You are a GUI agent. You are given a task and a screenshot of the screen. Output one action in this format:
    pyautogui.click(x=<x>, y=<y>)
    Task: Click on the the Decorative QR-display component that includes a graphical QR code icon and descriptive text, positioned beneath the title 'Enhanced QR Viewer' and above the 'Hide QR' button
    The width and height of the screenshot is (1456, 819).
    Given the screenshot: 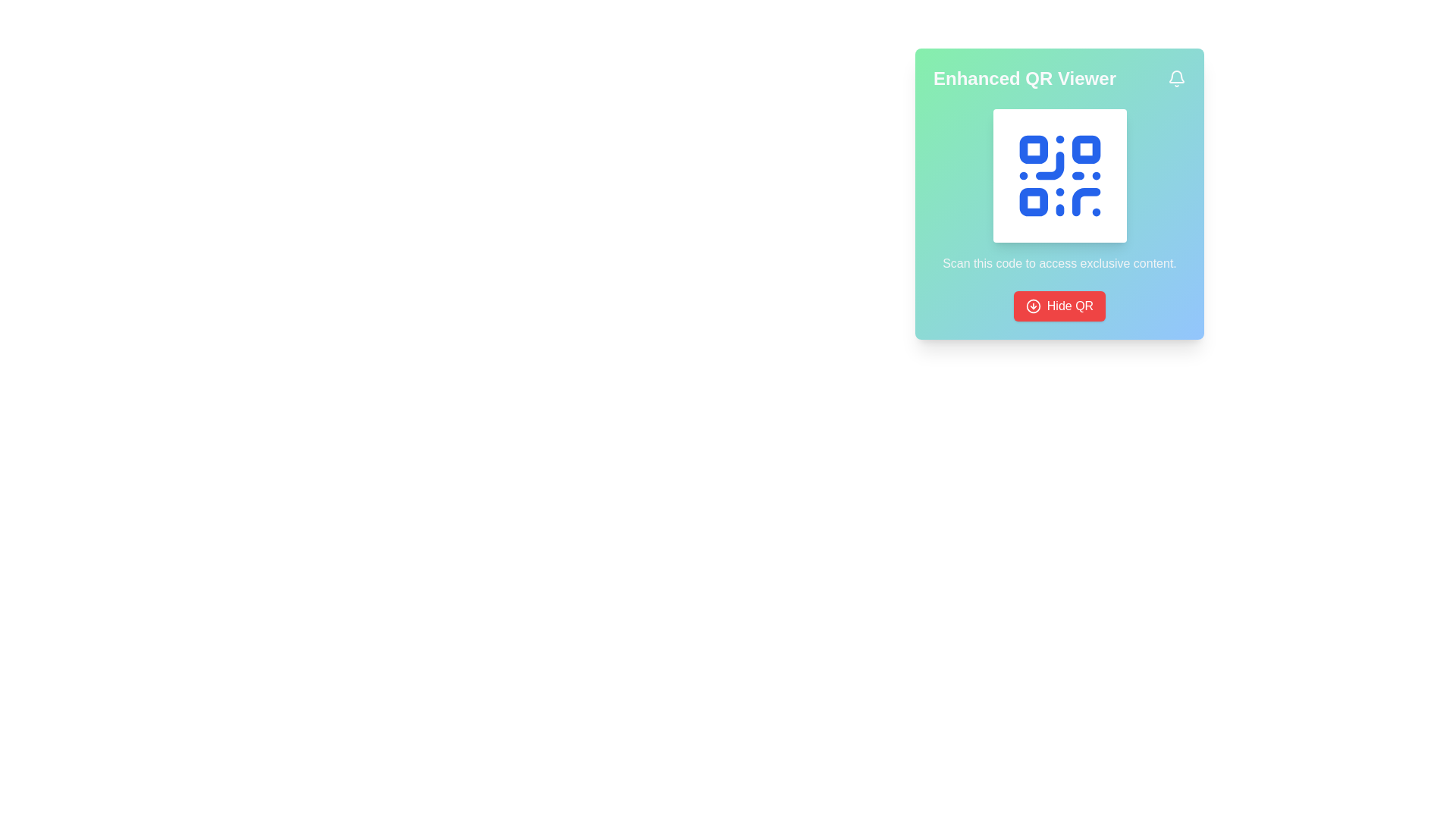 What is the action you would take?
    pyautogui.click(x=1059, y=190)
    